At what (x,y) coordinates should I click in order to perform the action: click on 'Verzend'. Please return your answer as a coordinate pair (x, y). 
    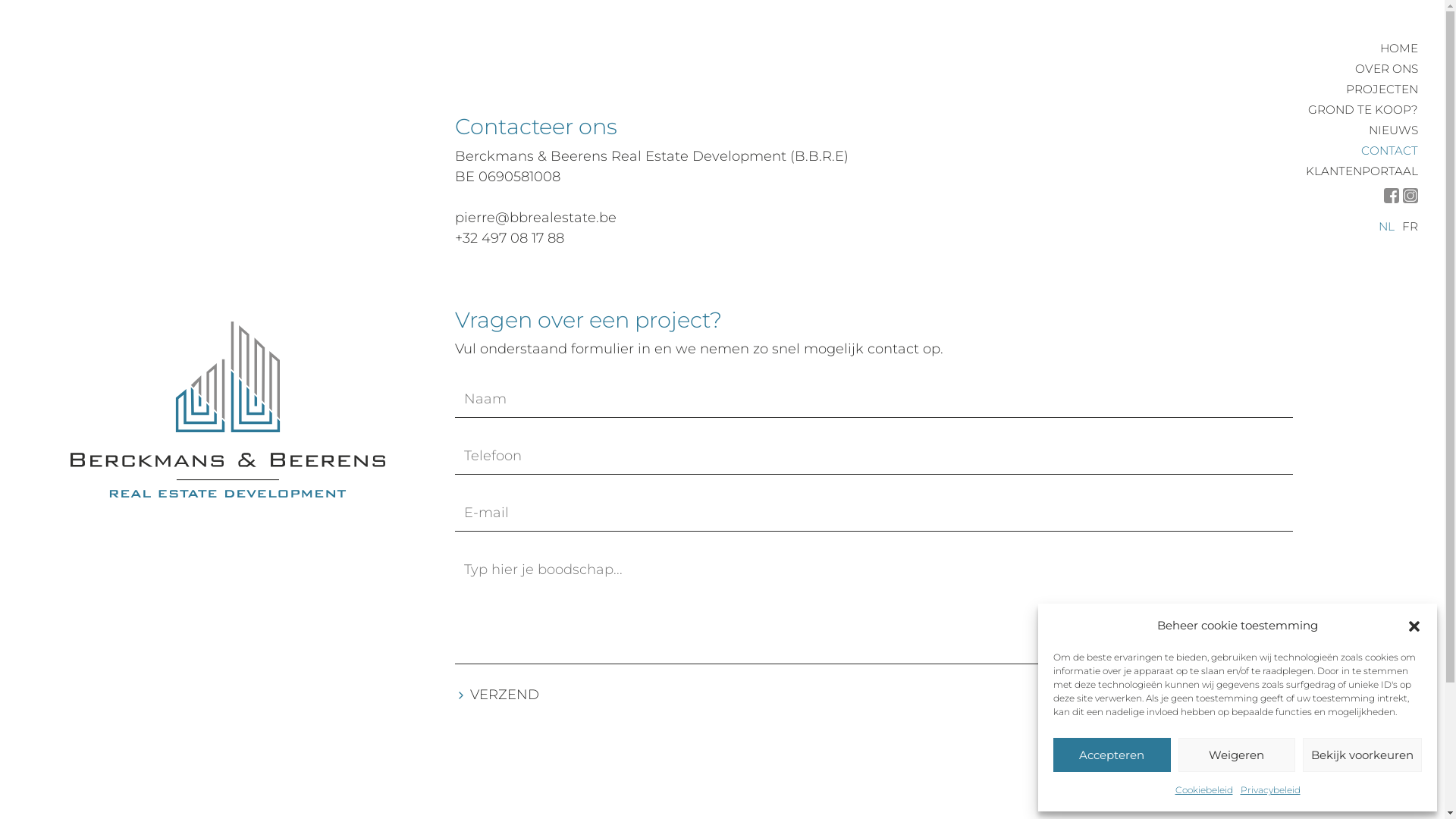
    Looking at the image, I should click on (454, 695).